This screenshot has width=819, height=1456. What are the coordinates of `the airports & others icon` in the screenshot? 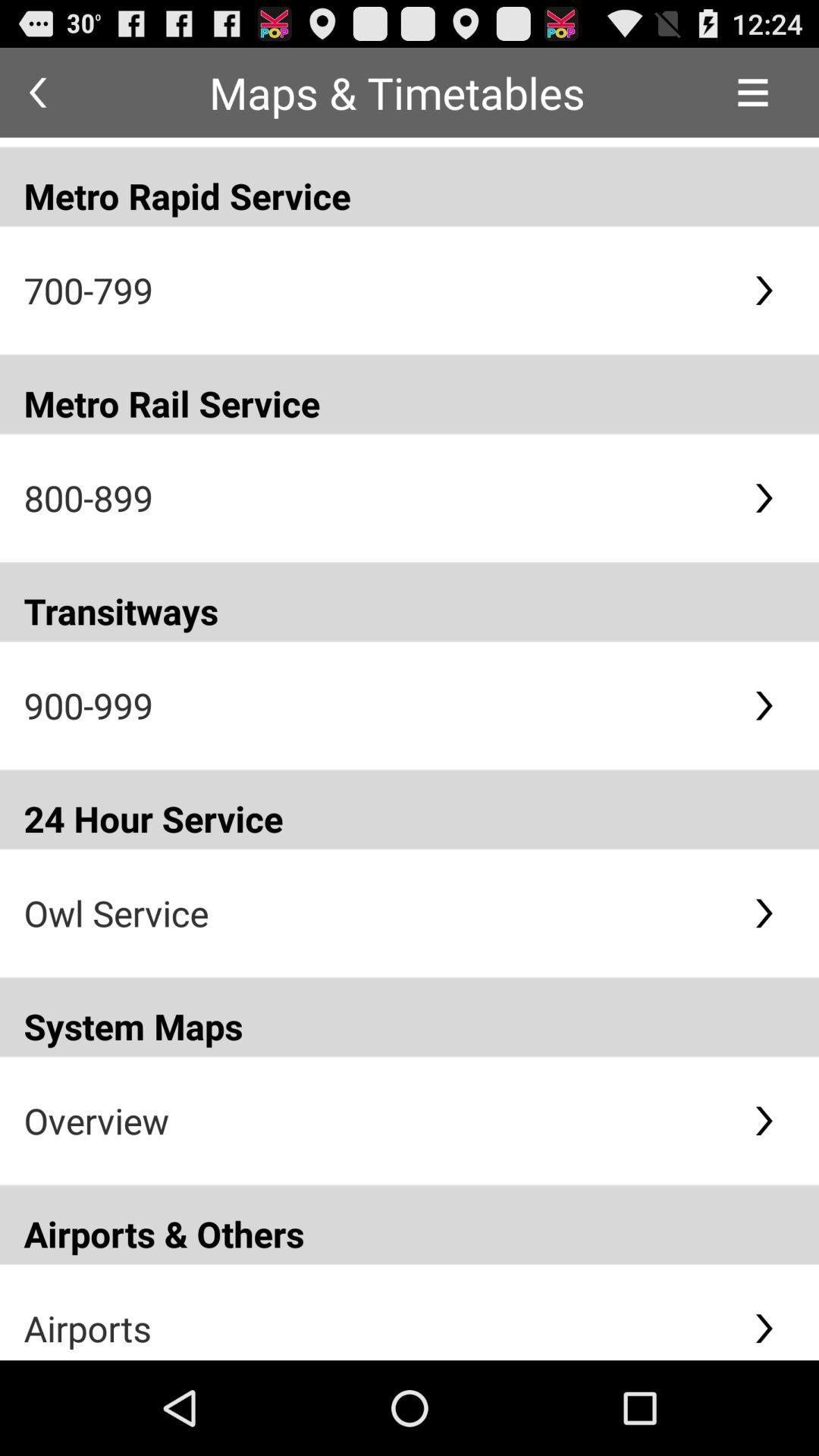 It's located at (409, 1225).